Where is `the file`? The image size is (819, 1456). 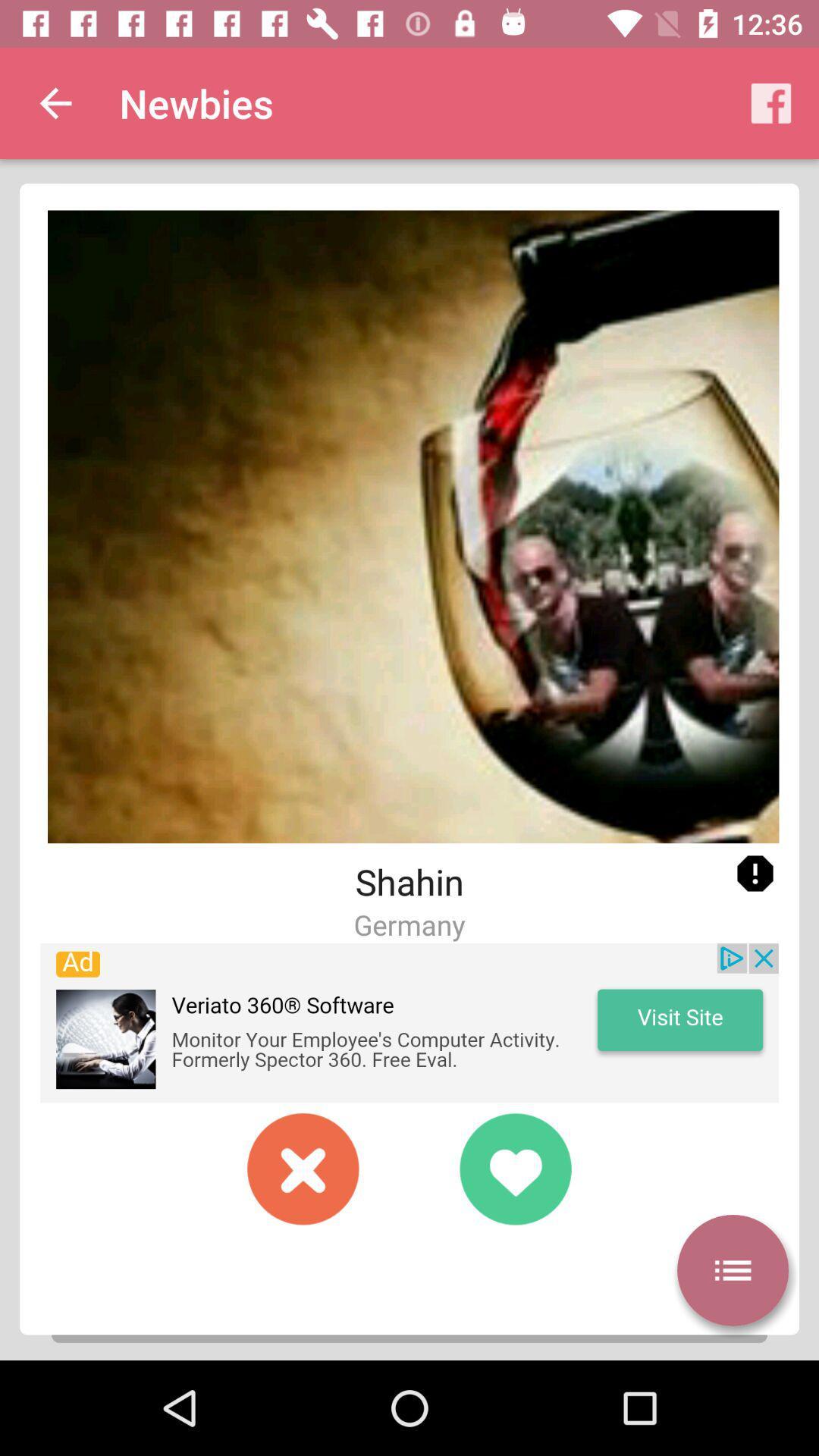
the file is located at coordinates (303, 1168).